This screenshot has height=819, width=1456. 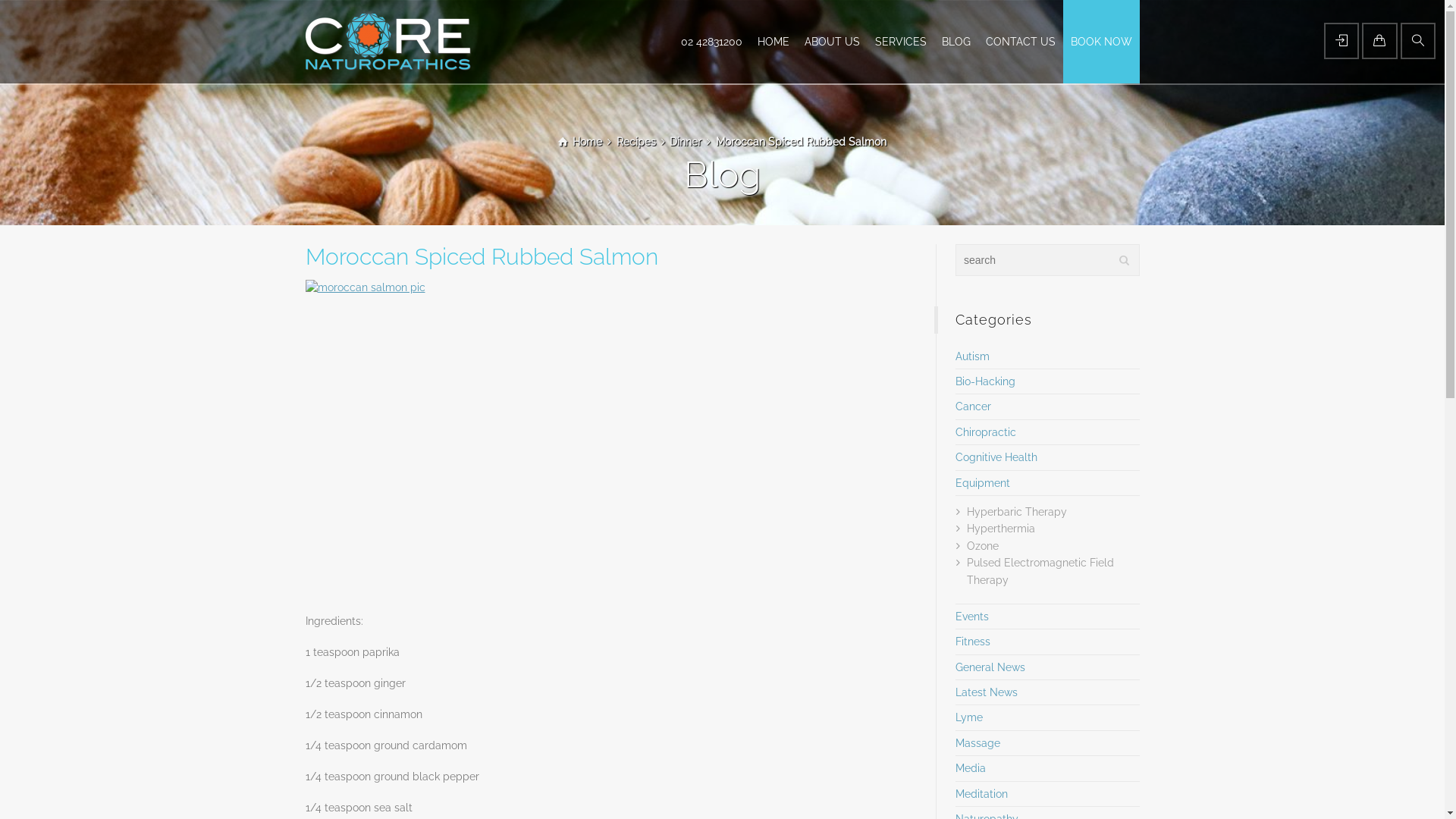 What do you see at coordinates (830, 40) in the screenshot?
I see `'ABOUT US'` at bounding box center [830, 40].